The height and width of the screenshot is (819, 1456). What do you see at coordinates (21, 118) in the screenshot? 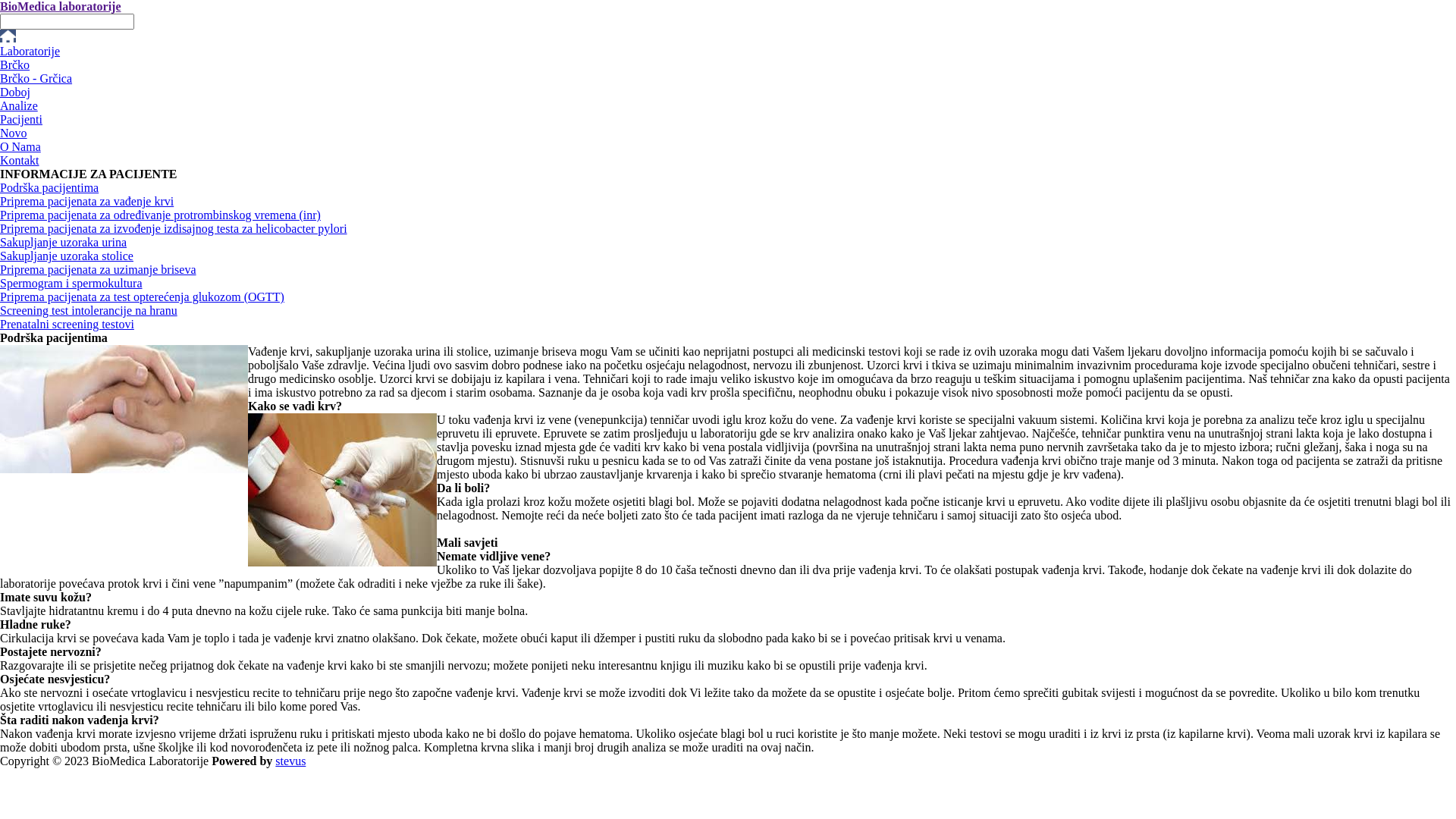
I see `'Pacijenti'` at bounding box center [21, 118].